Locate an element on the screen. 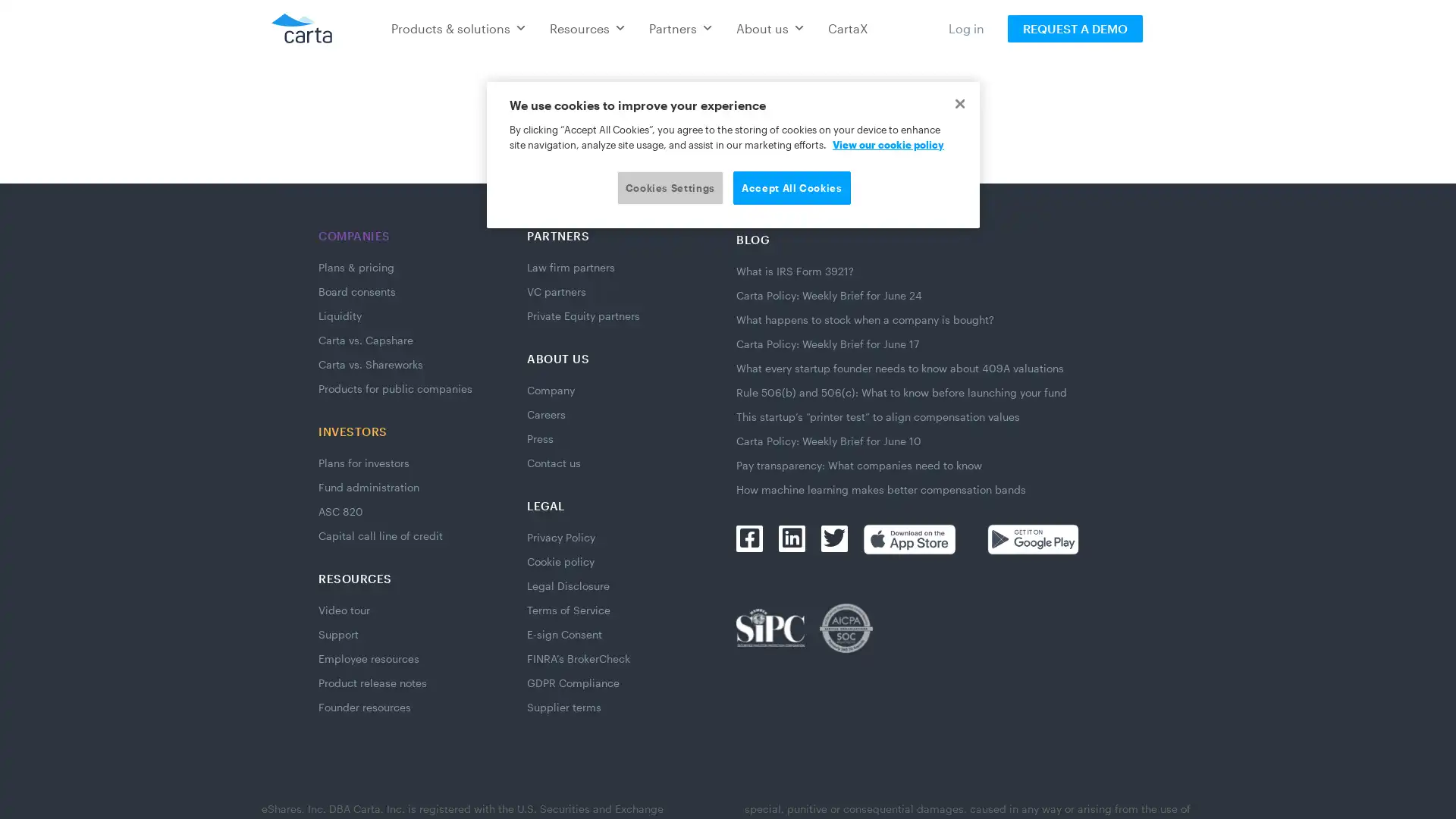  Cookies Settings is located at coordinates (669, 187).